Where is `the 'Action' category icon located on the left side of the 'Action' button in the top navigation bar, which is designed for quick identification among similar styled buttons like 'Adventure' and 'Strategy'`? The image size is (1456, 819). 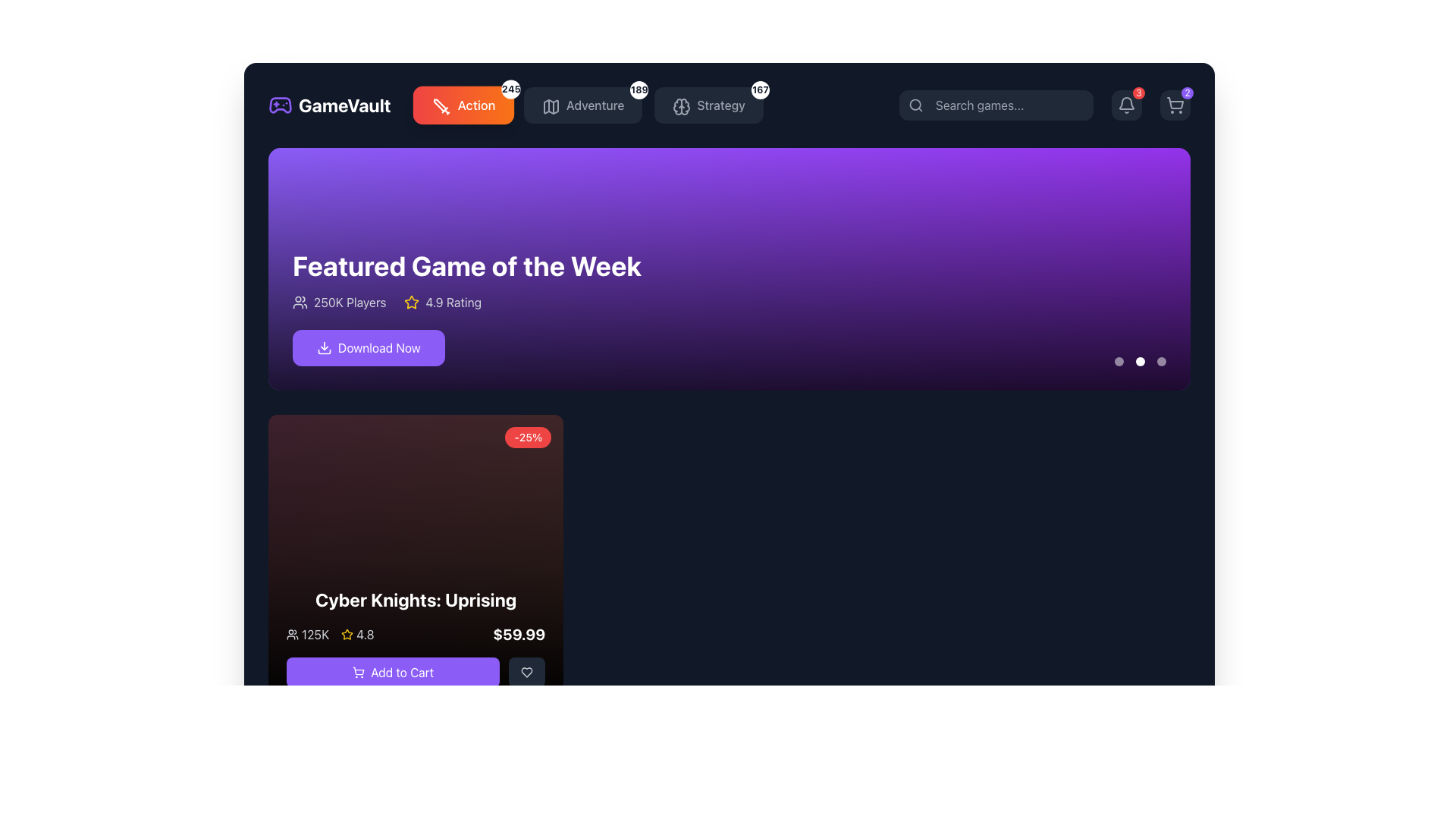
the 'Action' category icon located on the left side of the 'Action' button in the top navigation bar, which is designed for quick identification among similar styled buttons like 'Adventure' and 'Strategy' is located at coordinates (439, 104).